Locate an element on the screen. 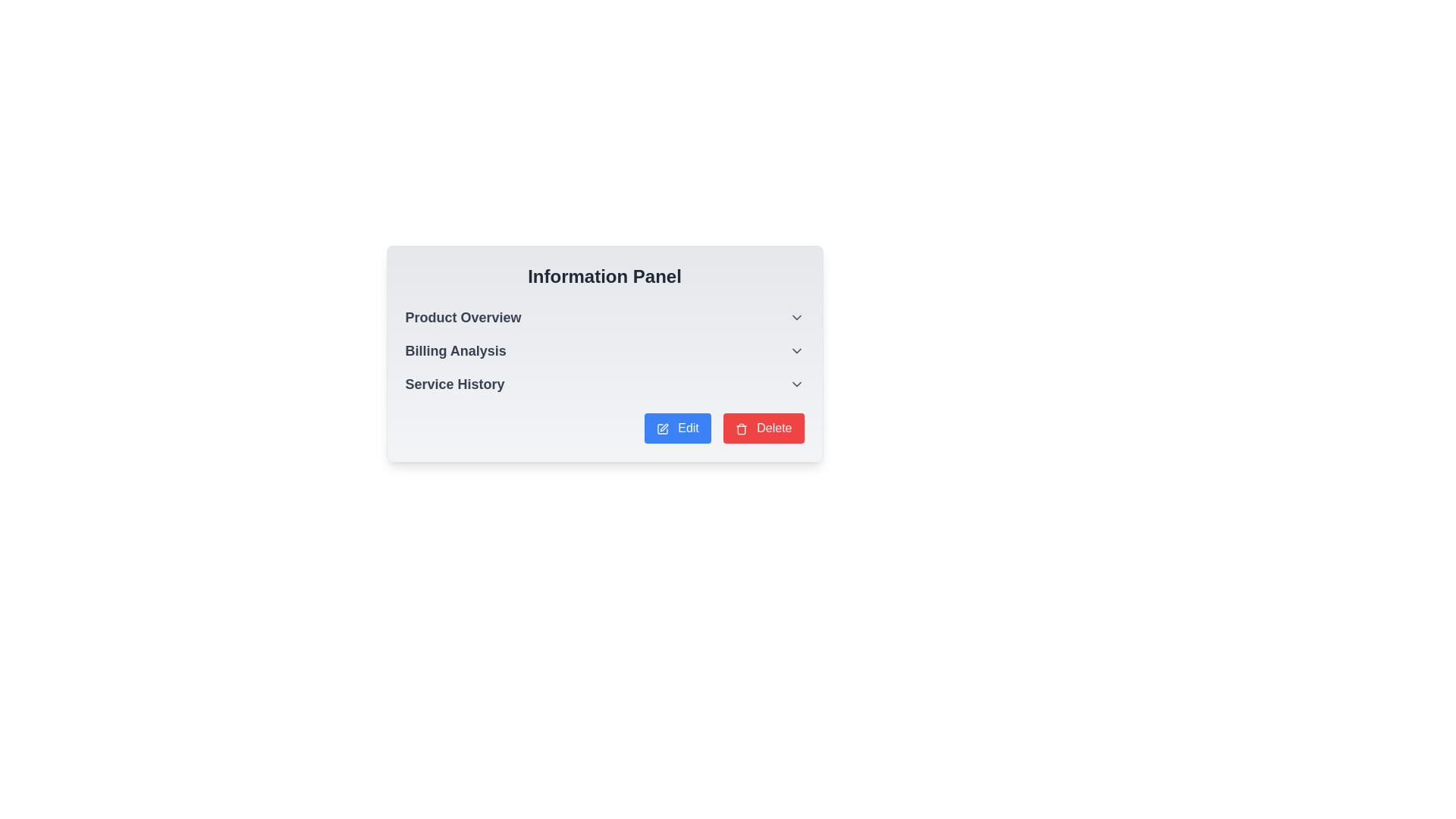  the 'Information Panel' header, which is a large, bold text element in dark gray at the top of the light gray panel is located at coordinates (604, 277).